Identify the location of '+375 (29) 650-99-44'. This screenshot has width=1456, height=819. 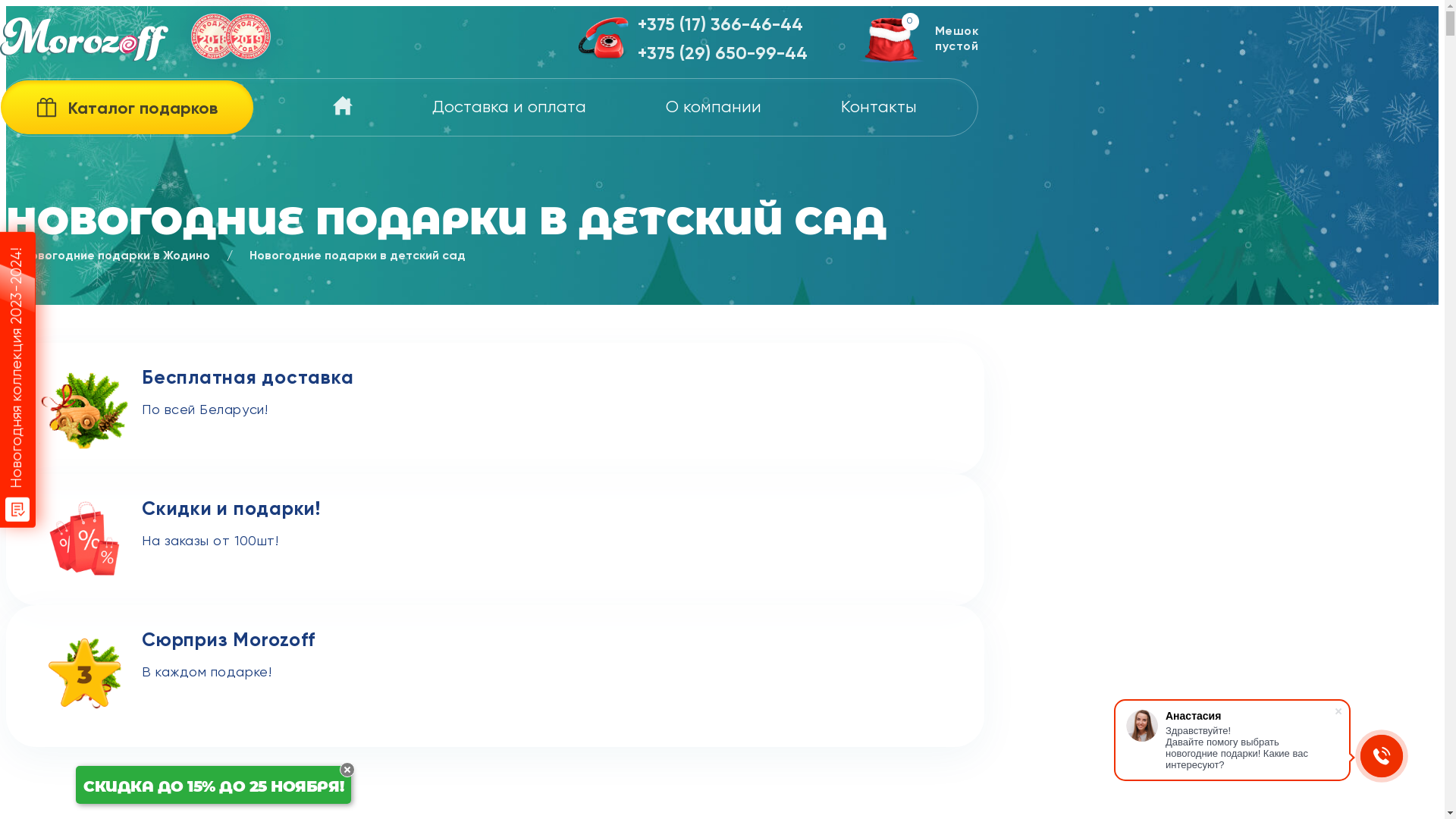
(637, 53).